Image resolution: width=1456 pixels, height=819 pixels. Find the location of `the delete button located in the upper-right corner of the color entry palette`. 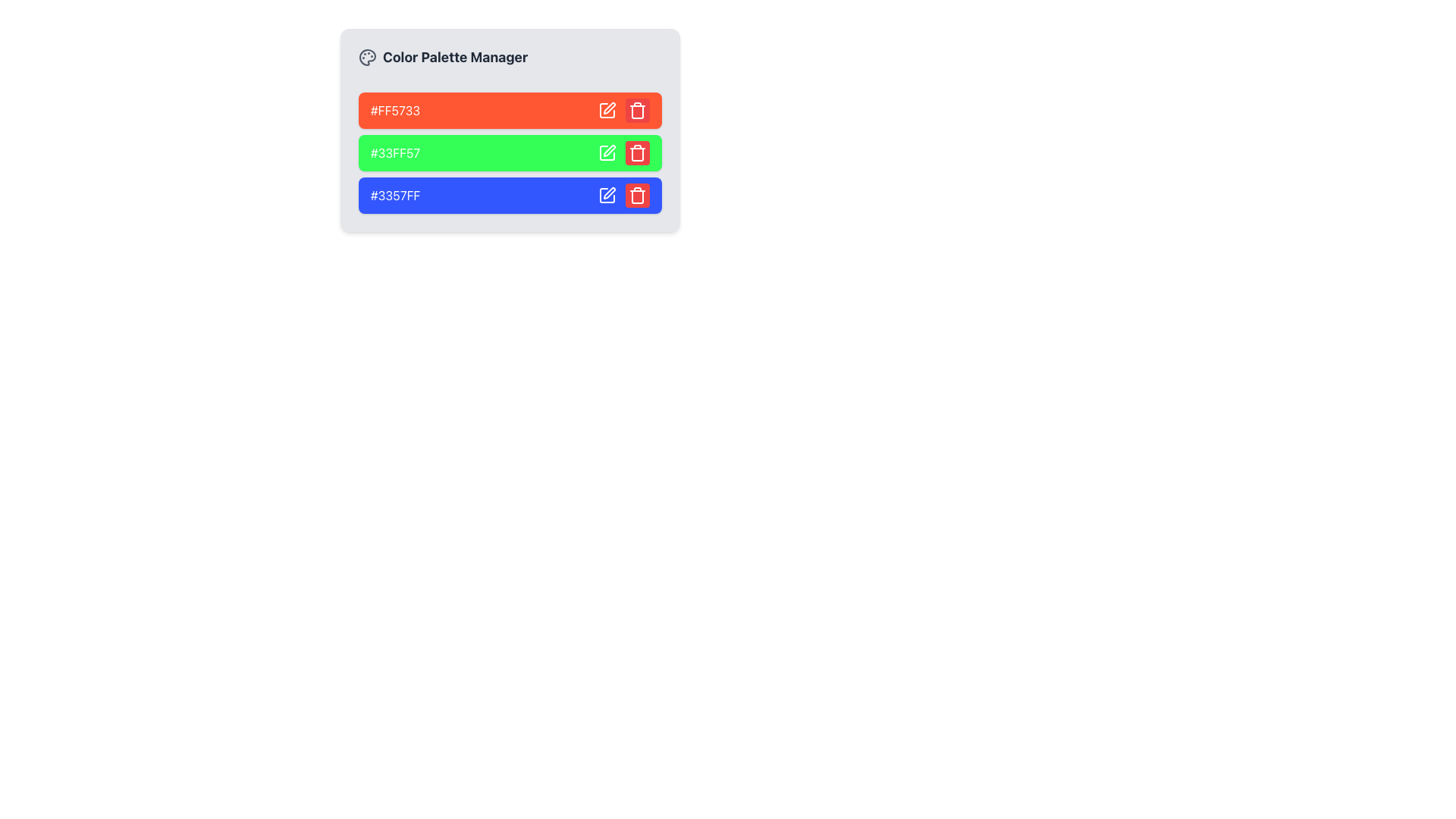

the delete button located in the upper-right corner of the color entry palette is located at coordinates (637, 110).